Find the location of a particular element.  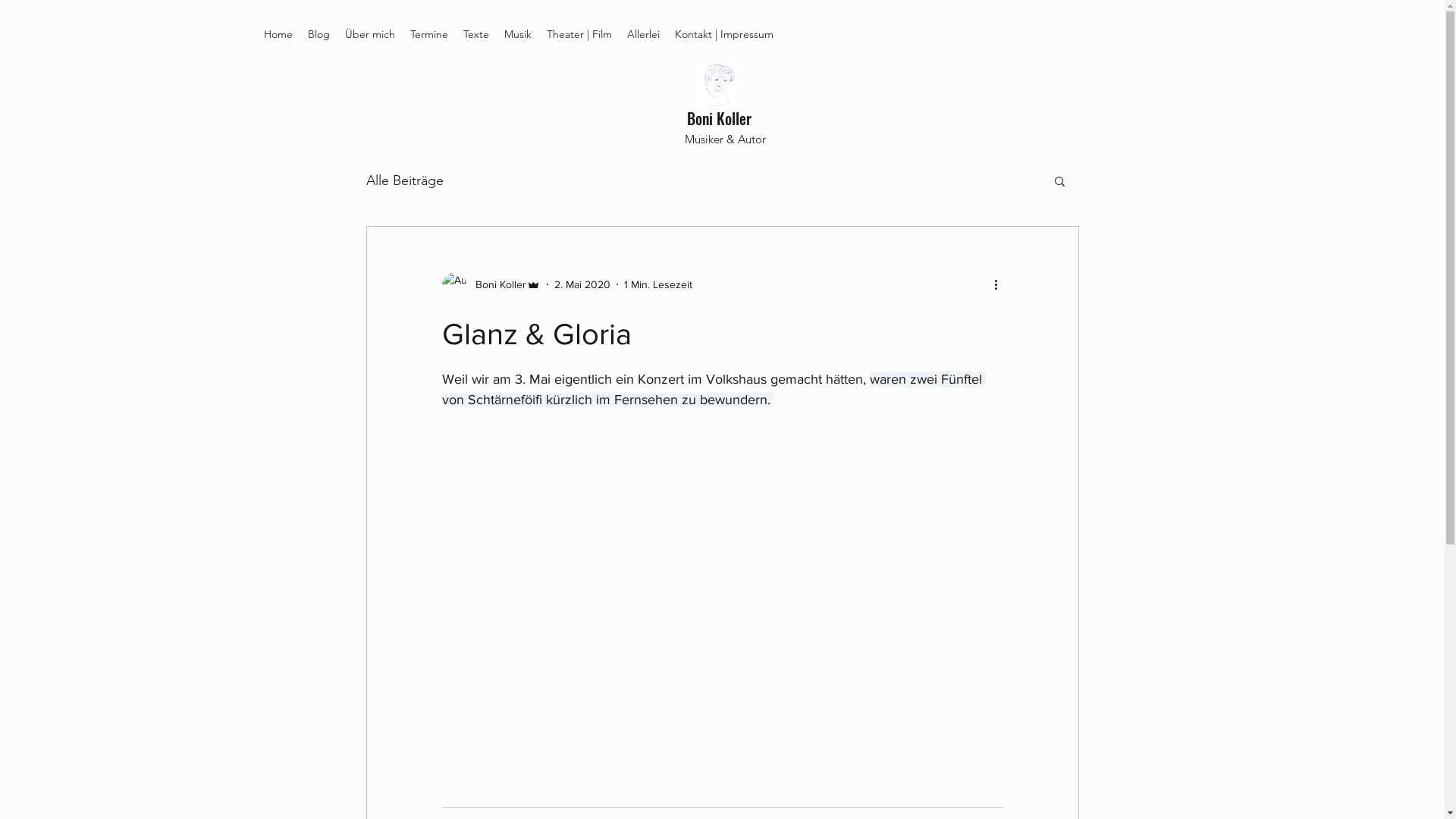

'Termine' is located at coordinates (428, 34).